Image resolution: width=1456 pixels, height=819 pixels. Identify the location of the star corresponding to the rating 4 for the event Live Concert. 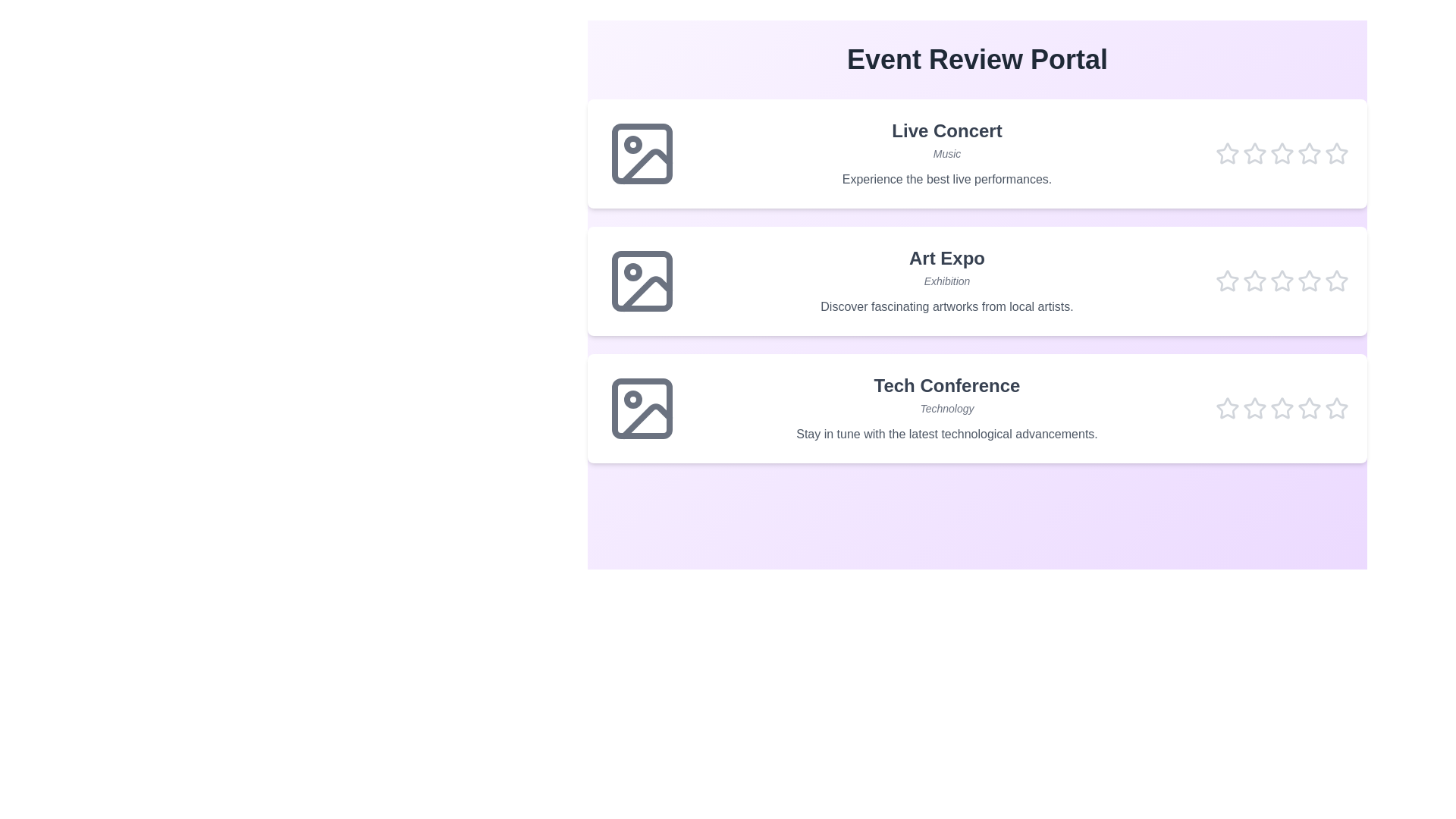
(1309, 154).